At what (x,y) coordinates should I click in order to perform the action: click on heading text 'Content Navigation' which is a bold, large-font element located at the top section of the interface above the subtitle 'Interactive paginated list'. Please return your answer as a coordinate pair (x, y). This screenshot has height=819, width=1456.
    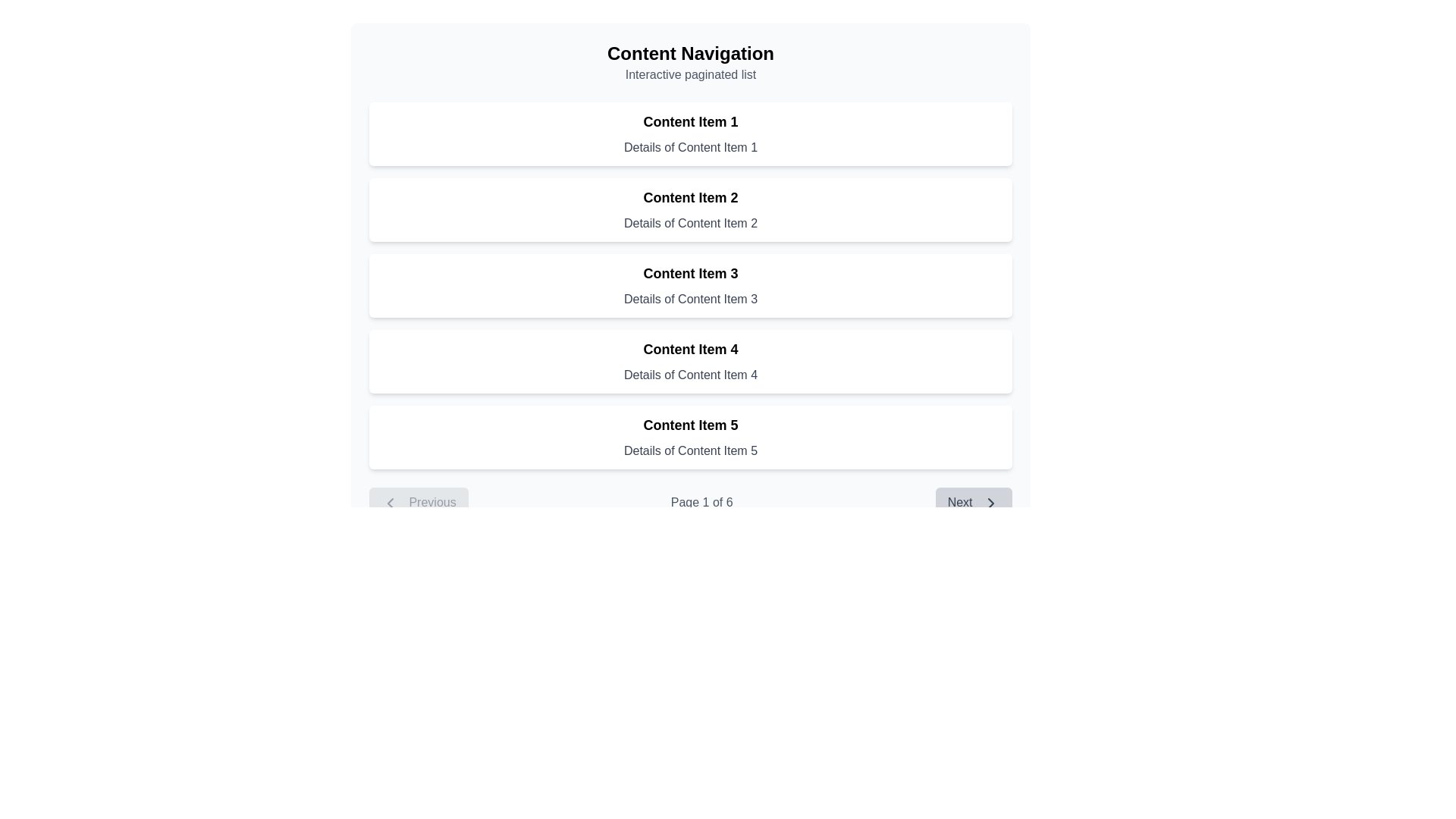
    Looking at the image, I should click on (690, 52).